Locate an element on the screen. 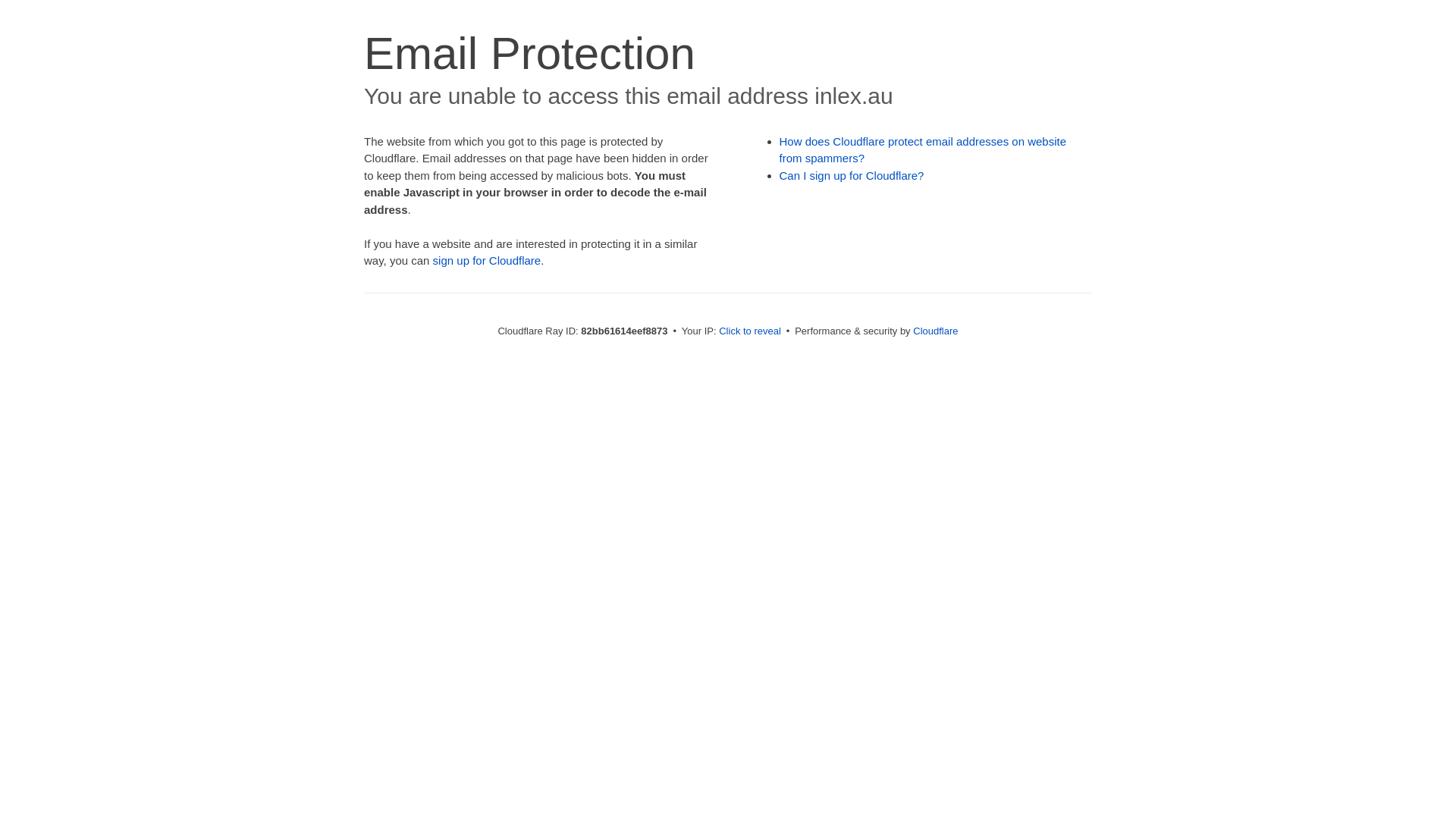 The width and height of the screenshot is (1456, 819). 'Cloudflare' is located at coordinates (934, 330).